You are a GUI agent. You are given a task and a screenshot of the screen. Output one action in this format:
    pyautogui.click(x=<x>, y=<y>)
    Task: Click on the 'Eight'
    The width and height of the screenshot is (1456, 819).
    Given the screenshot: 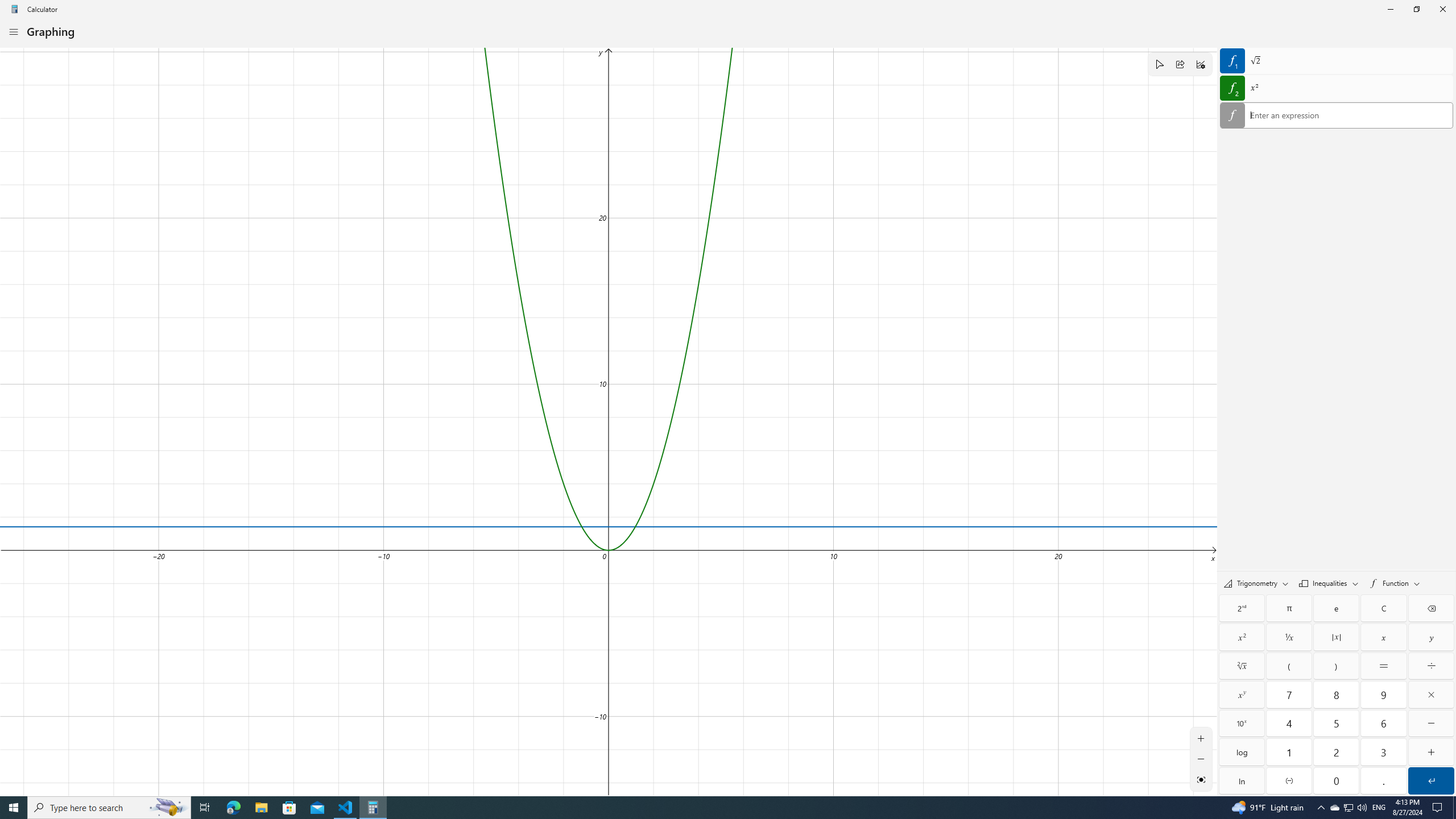 What is the action you would take?
    pyautogui.click(x=1336, y=694)
    